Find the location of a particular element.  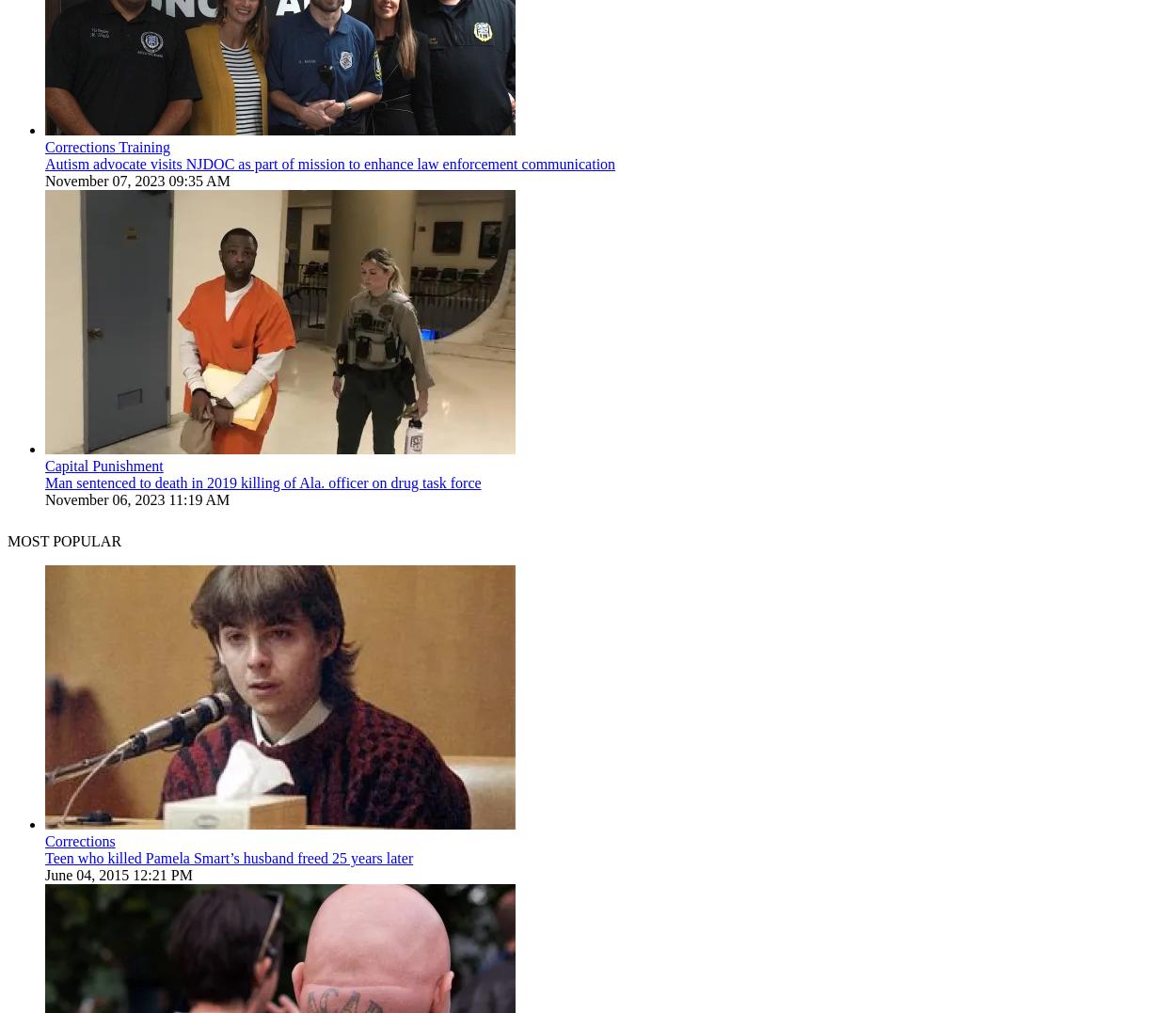

'Teen who killed Pamela Smart’s husband freed 25 years later' is located at coordinates (228, 857).